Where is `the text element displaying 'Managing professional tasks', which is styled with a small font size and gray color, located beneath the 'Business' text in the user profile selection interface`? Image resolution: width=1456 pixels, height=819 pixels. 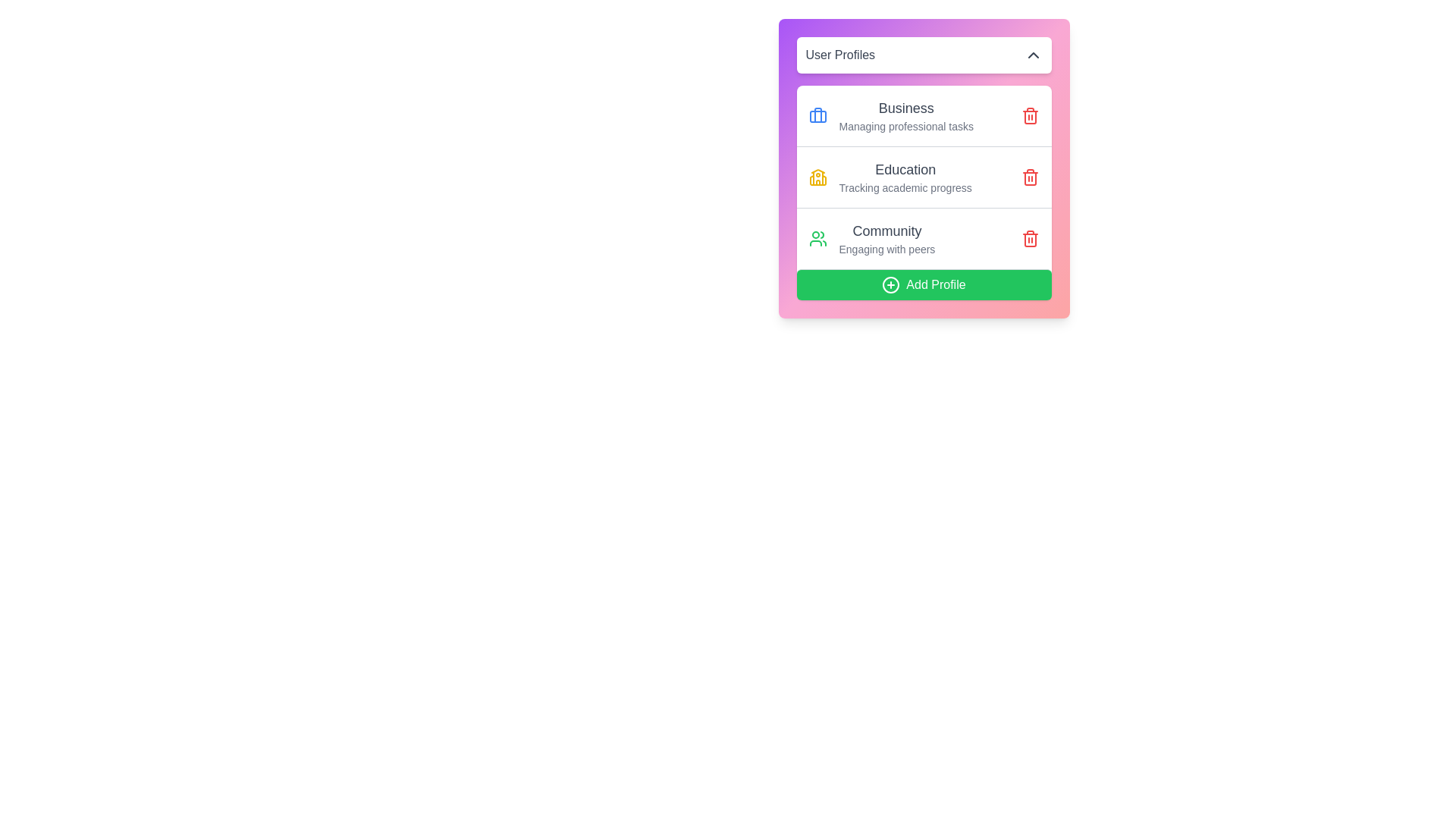 the text element displaying 'Managing professional tasks', which is styled with a small font size and gray color, located beneath the 'Business' text in the user profile selection interface is located at coordinates (906, 125).